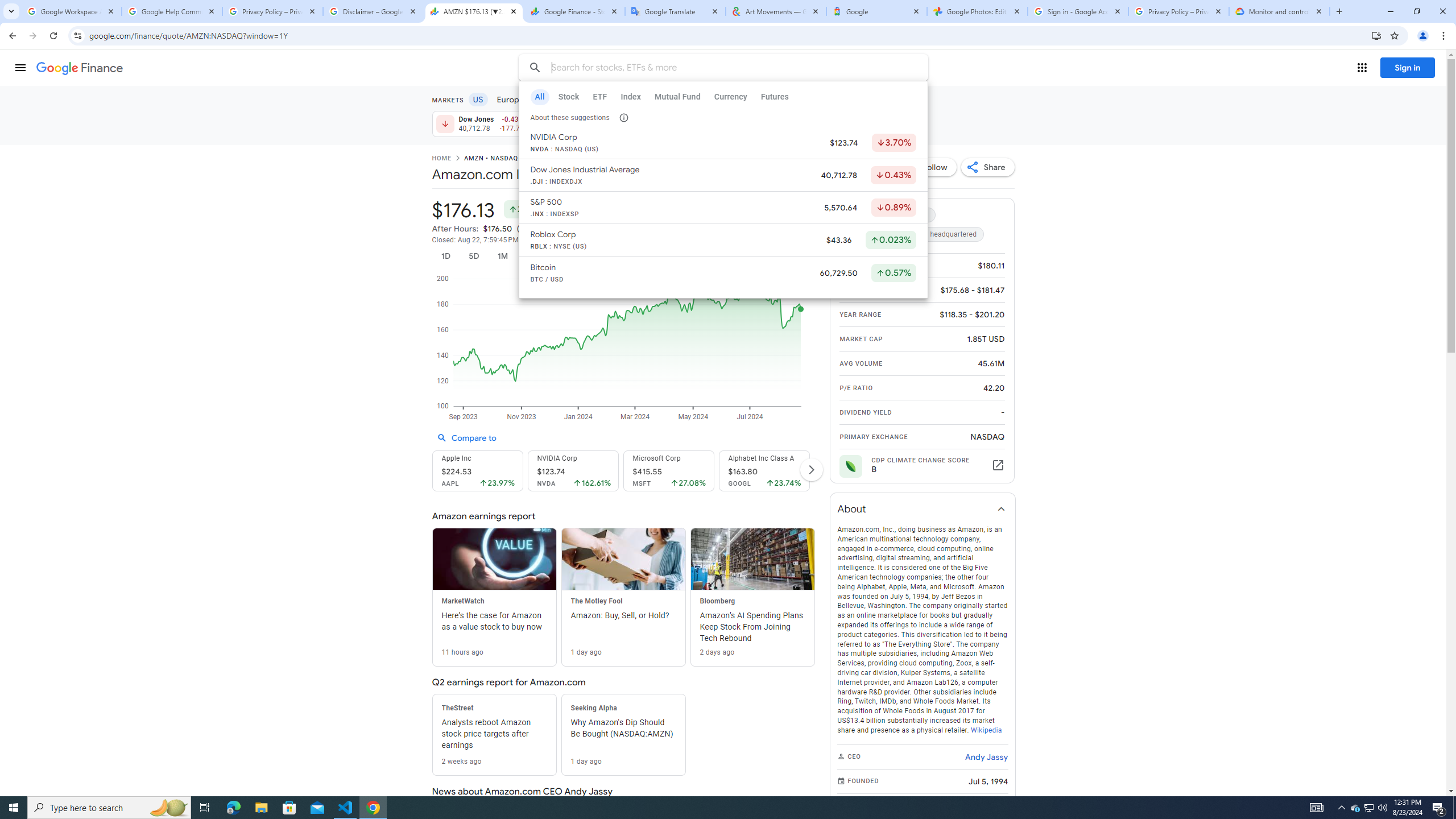 The image size is (1456, 819). I want to click on 'ETF', so click(599, 96).